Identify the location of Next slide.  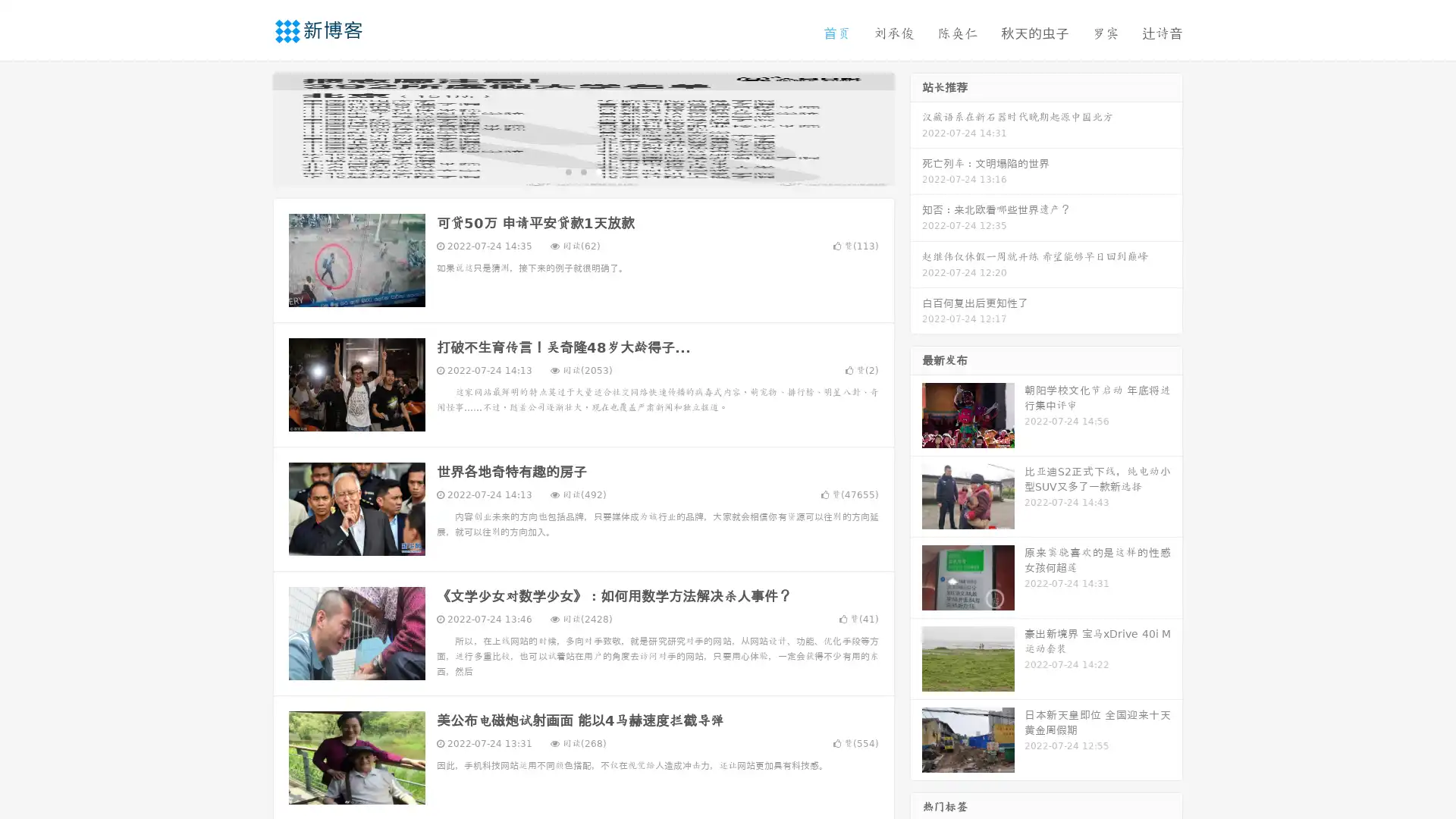
(916, 127).